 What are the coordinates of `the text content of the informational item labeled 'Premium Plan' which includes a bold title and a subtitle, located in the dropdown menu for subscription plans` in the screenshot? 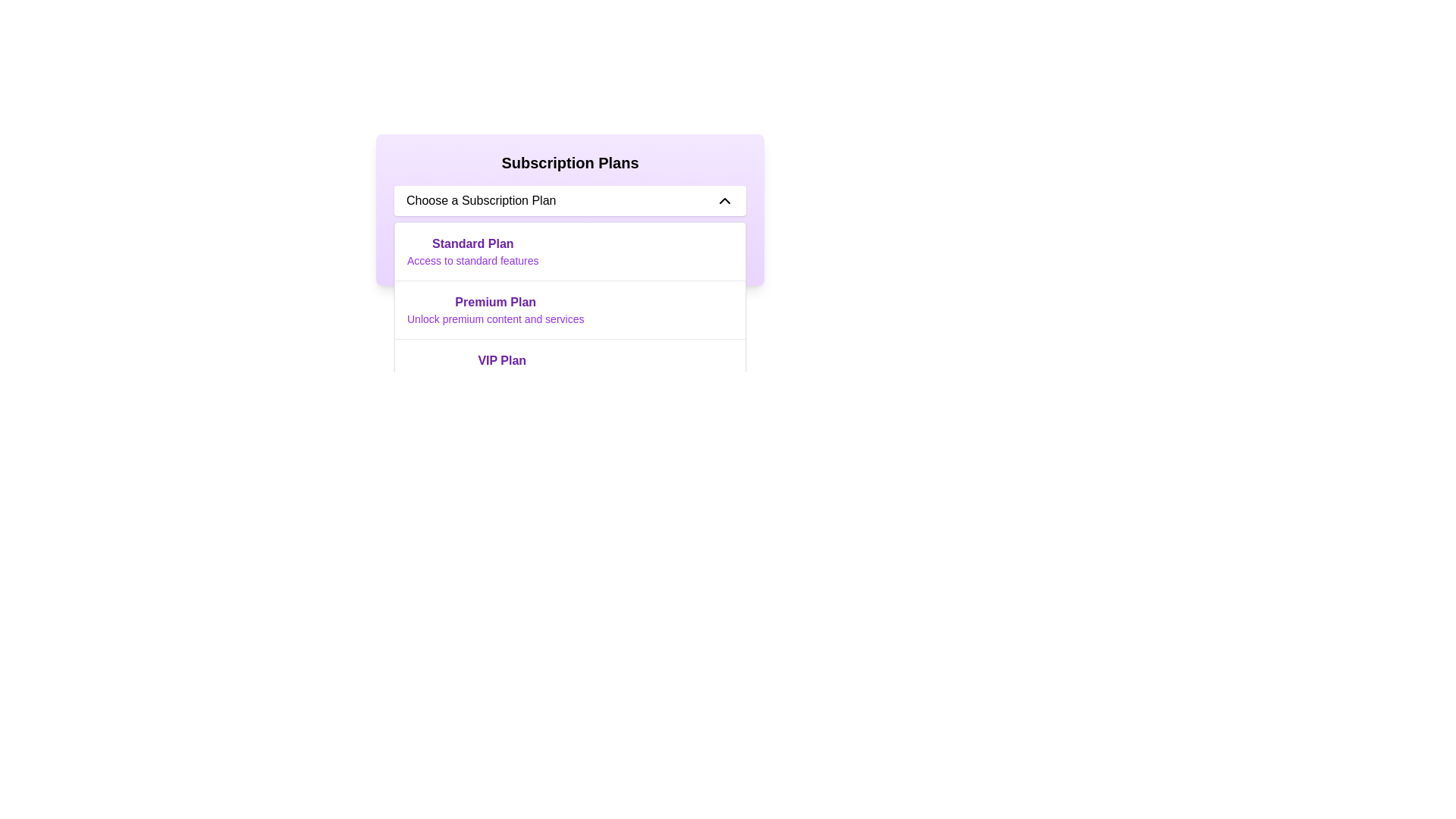 It's located at (495, 309).